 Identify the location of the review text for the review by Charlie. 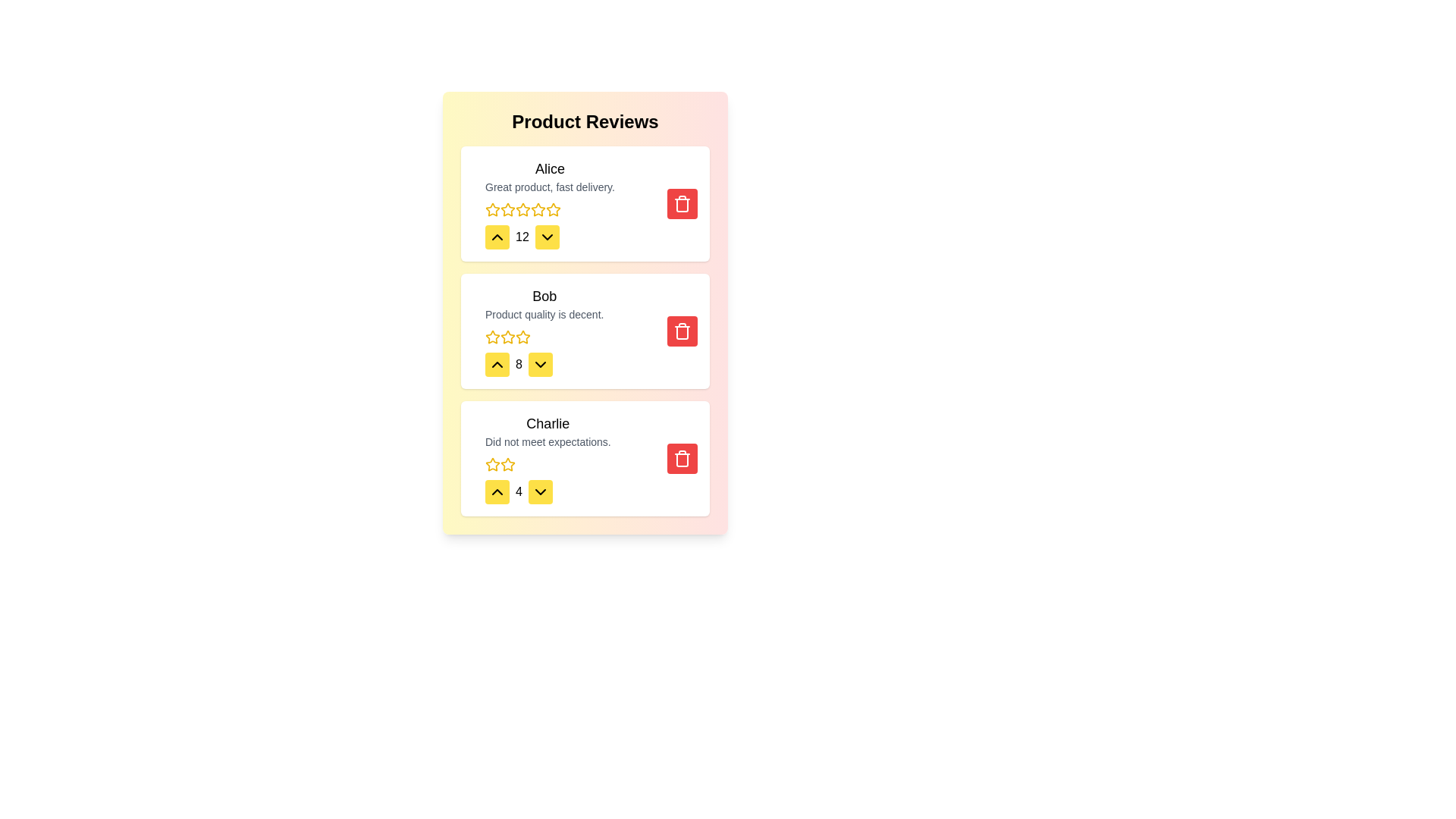
(484, 413).